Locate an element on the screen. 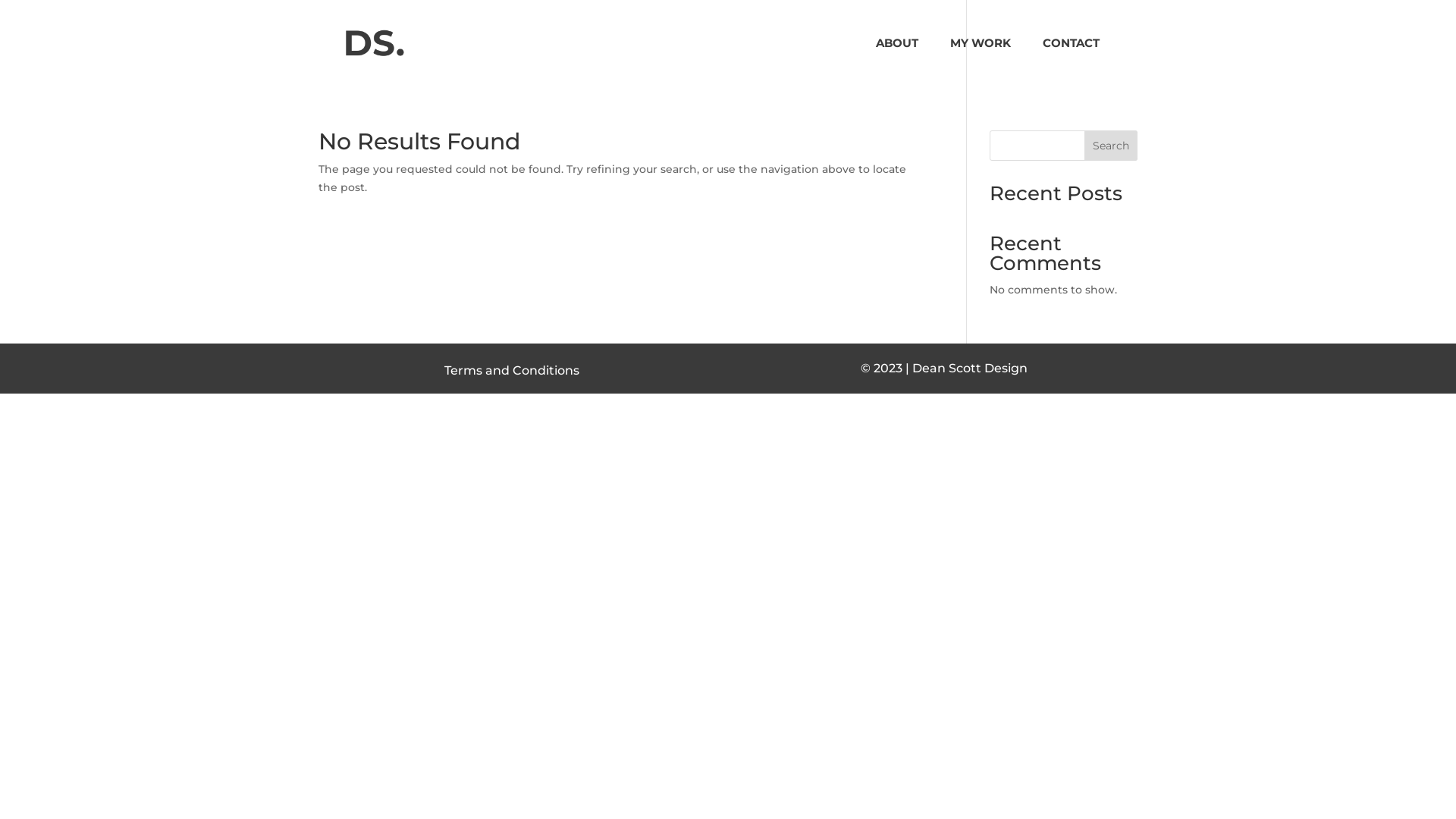 Image resolution: width=1456 pixels, height=819 pixels. 'Search' is located at coordinates (1110, 146).